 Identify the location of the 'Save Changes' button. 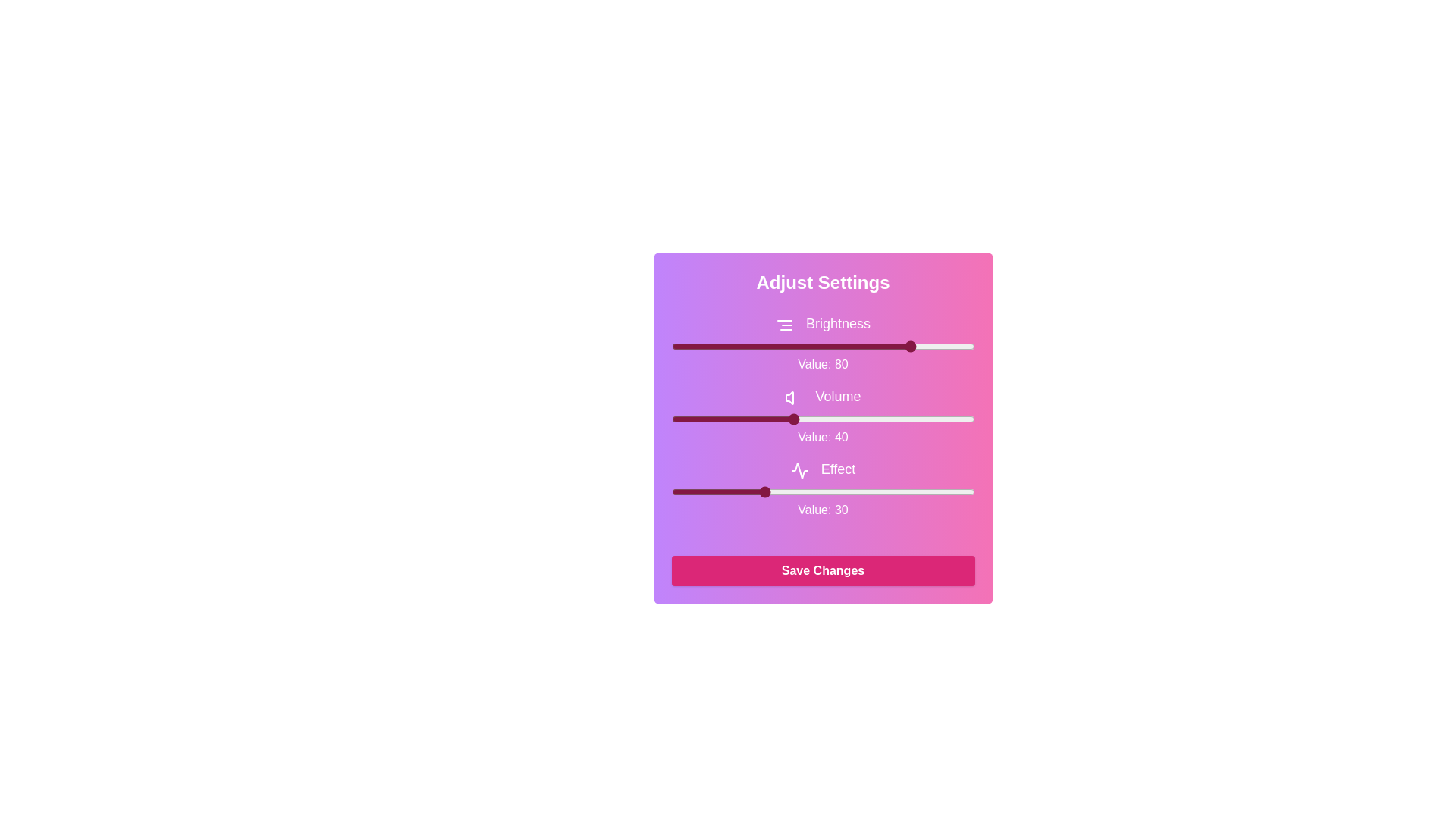
(822, 570).